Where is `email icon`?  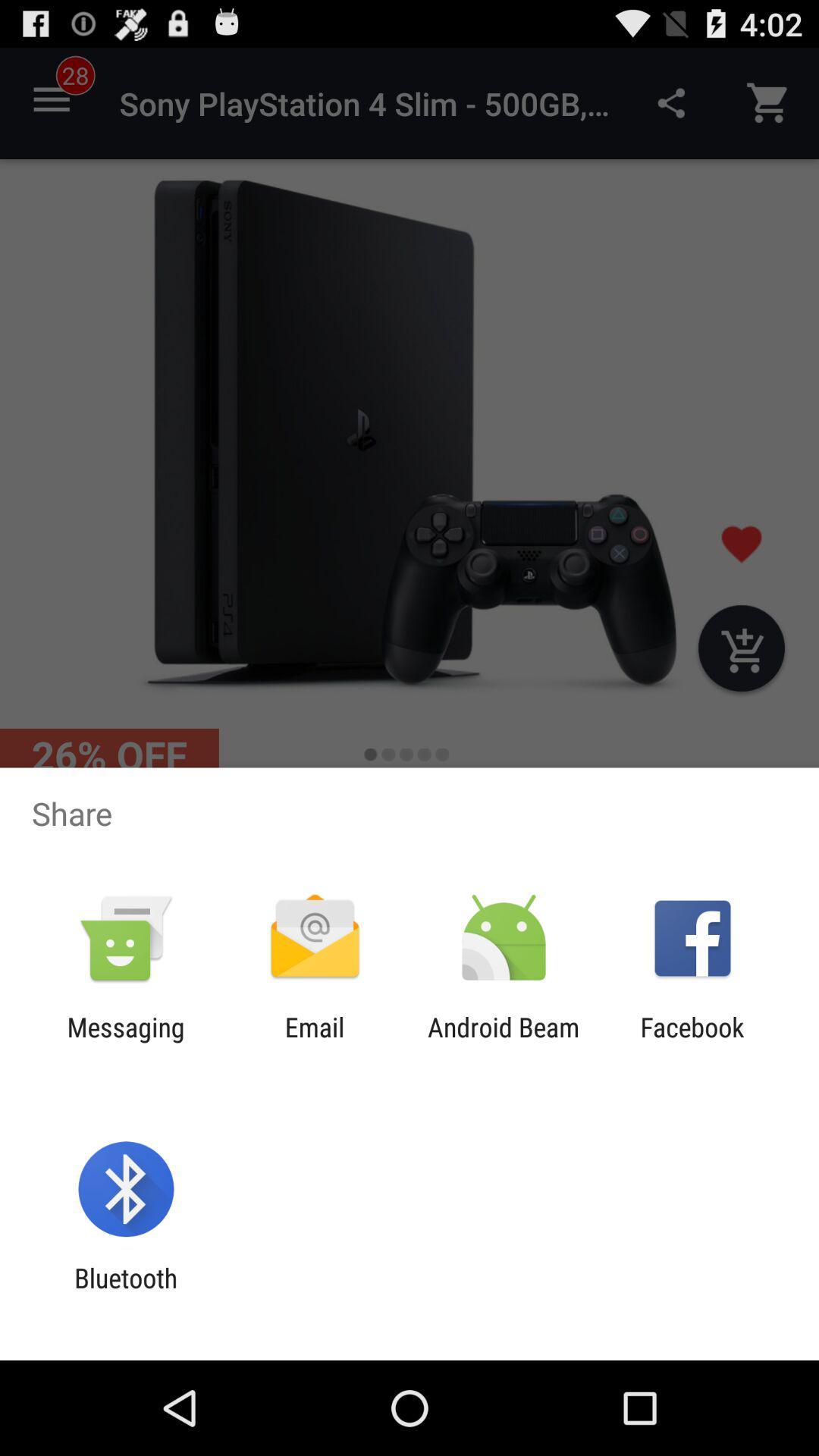
email icon is located at coordinates (314, 1042).